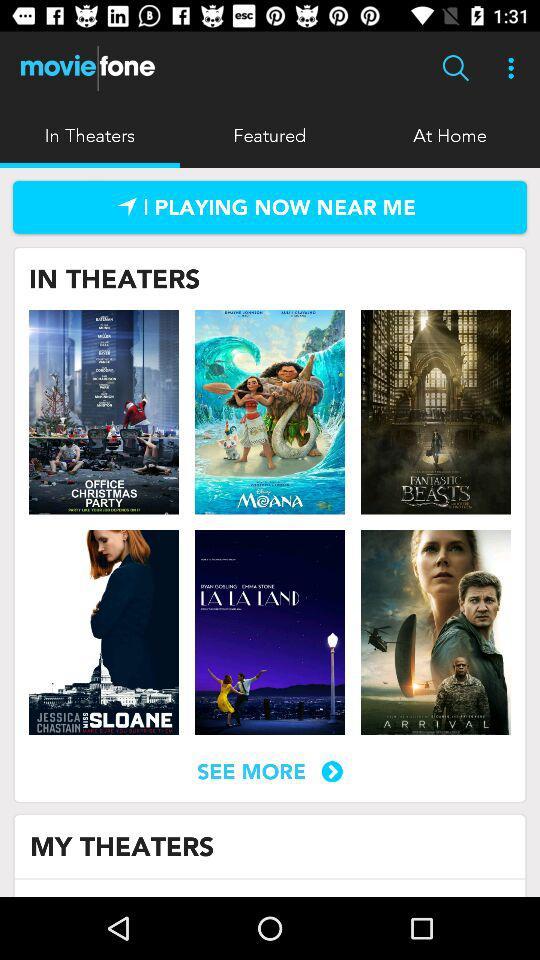 The width and height of the screenshot is (540, 960). What do you see at coordinates (104, 411) in the screenshot?
I see `movie stills` at bounding box center [104, 411].